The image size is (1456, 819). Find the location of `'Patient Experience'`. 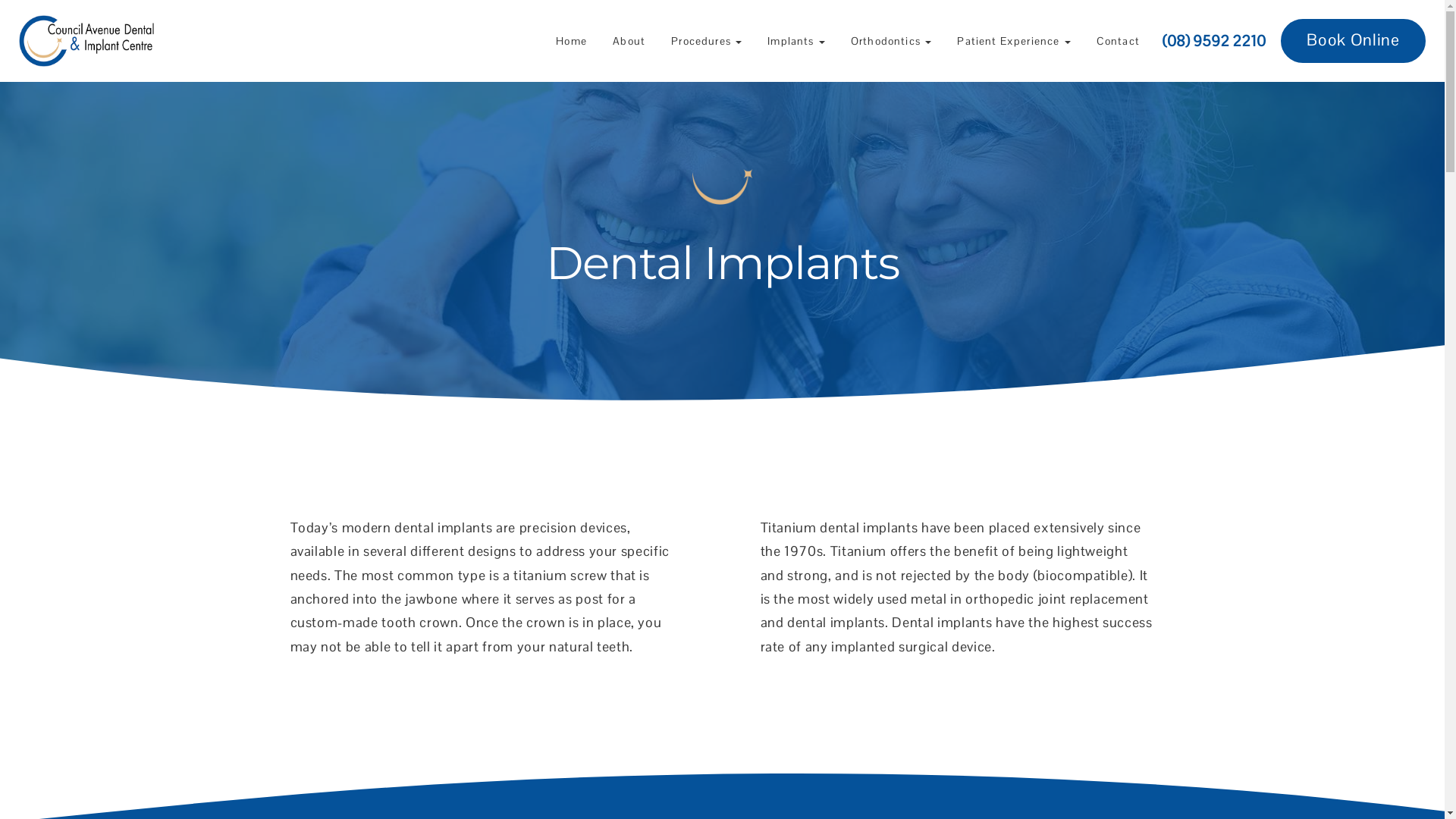

'Patient Experience' is located at coordinates (1013, 40).